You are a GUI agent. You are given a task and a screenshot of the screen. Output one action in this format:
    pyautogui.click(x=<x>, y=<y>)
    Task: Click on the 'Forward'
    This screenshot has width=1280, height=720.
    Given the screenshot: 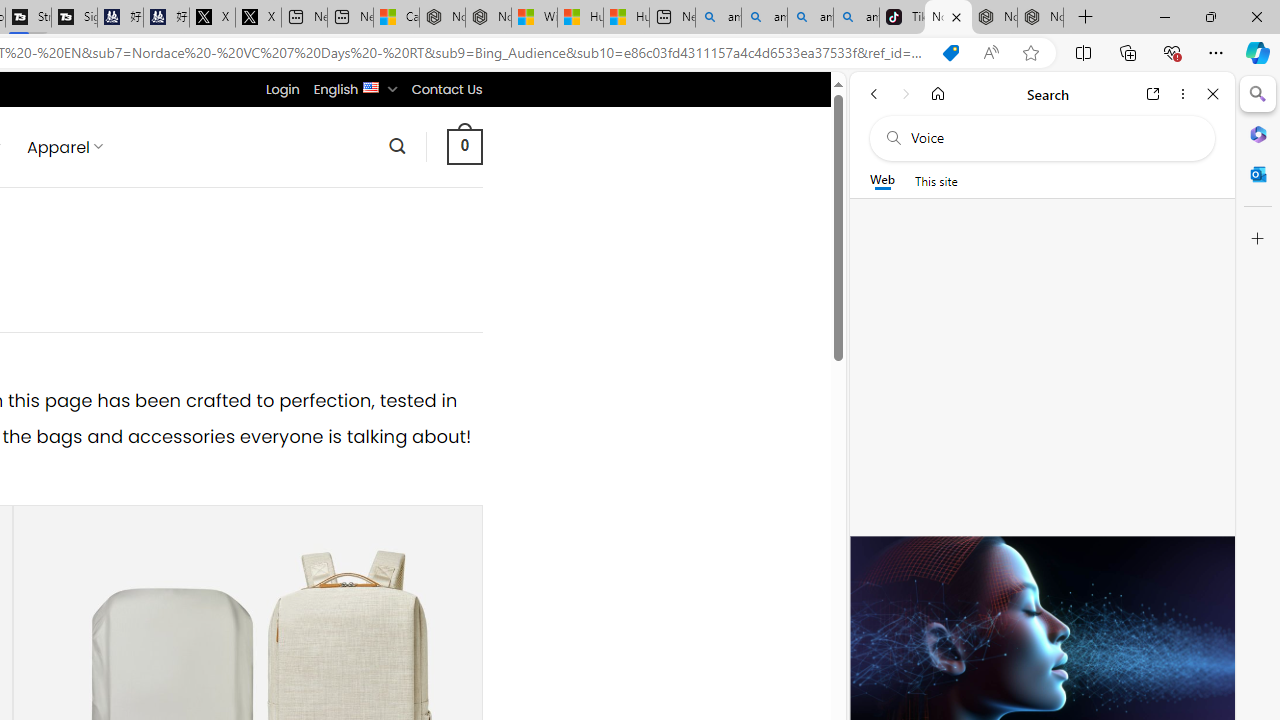 What is the action you would take?
    pyautogui.click(x=905, y=93)
    